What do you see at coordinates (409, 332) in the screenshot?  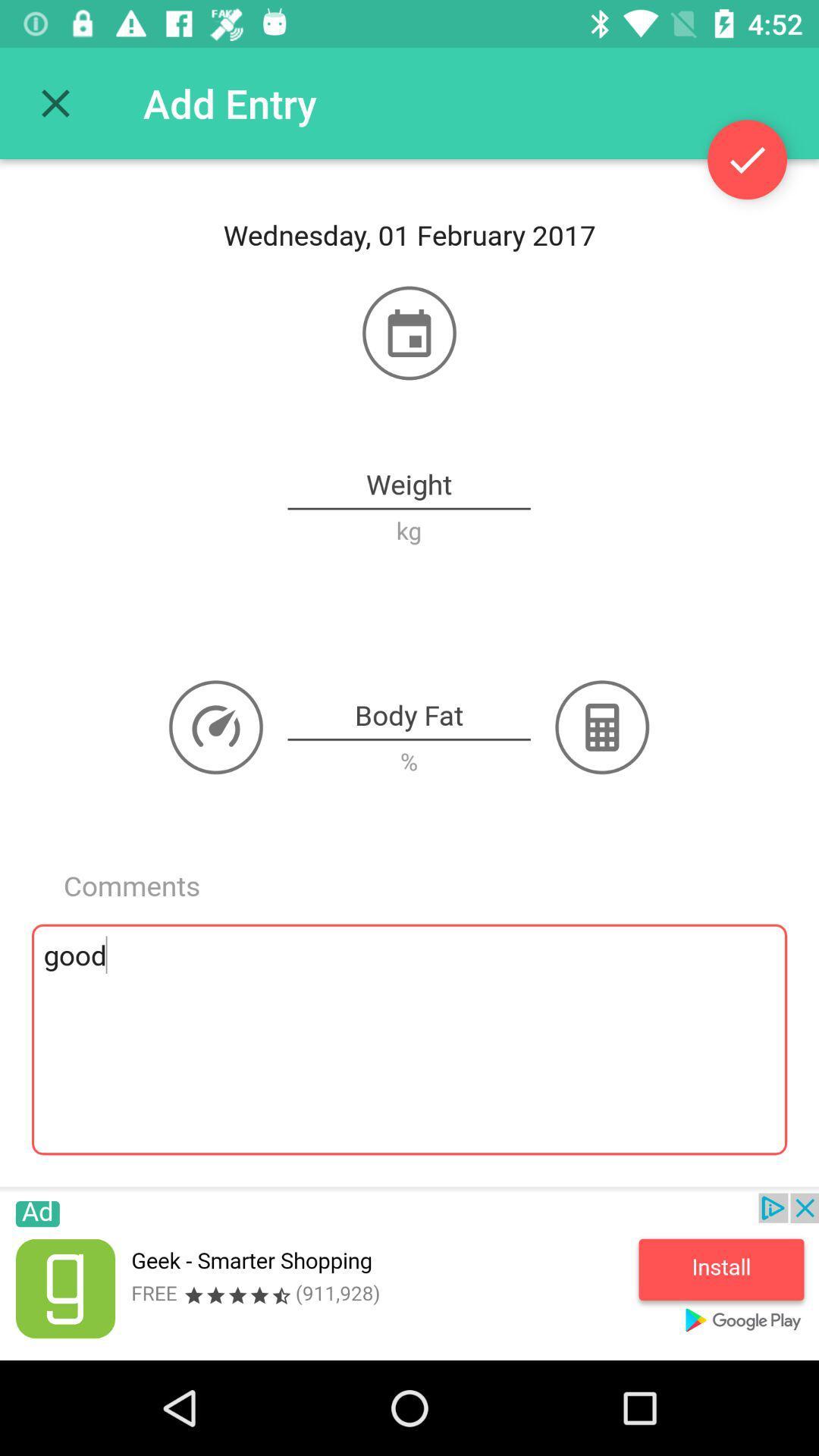 I see `show the calendar` at bounding box center [409, 332].